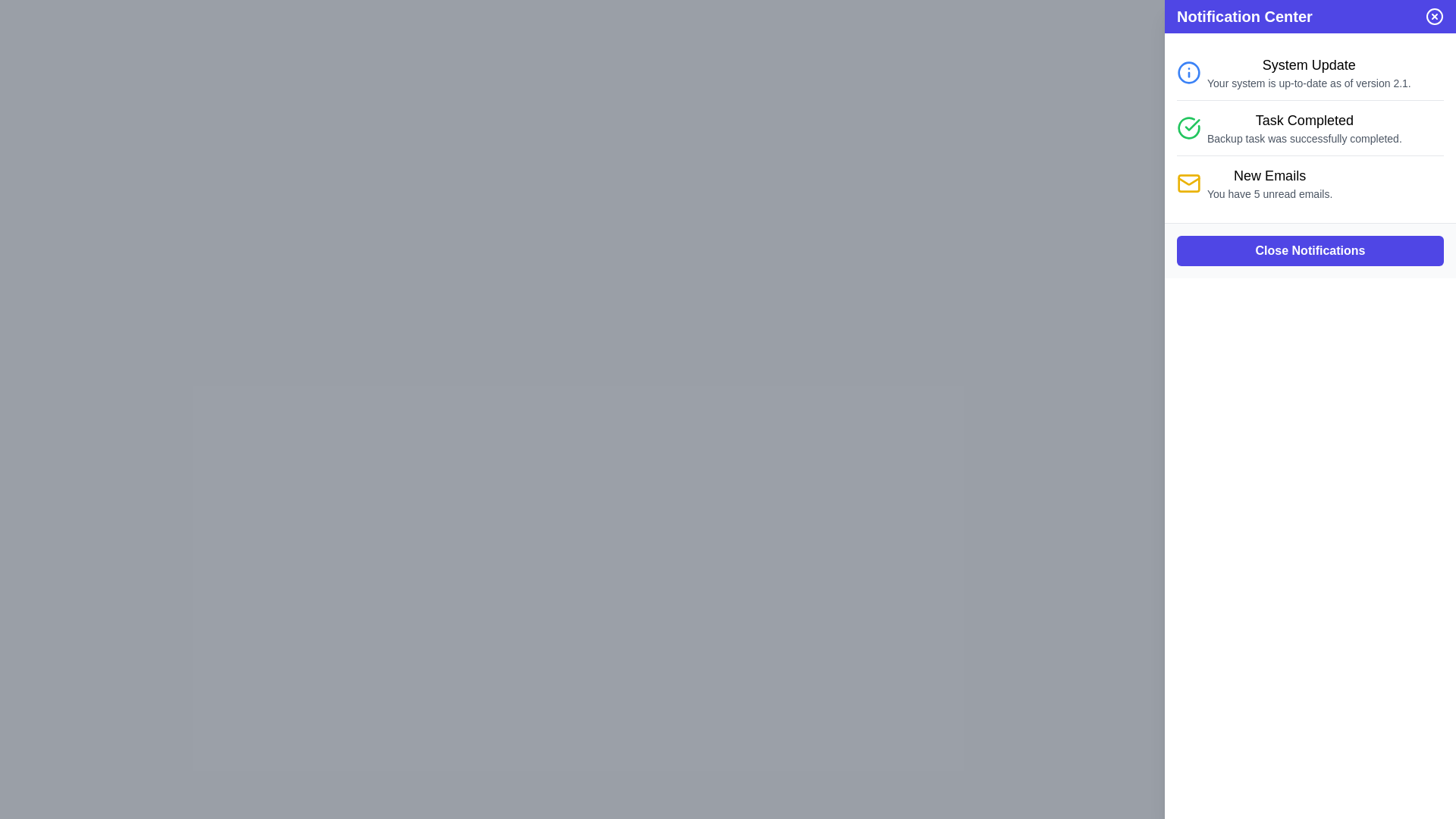 Image resolution: width=1456 pixels, height=819 pixels. Describe the element at coordinates (1310, 250) in the screenshot. I see `the close button located at the bottom section of the notification panel` at that location.